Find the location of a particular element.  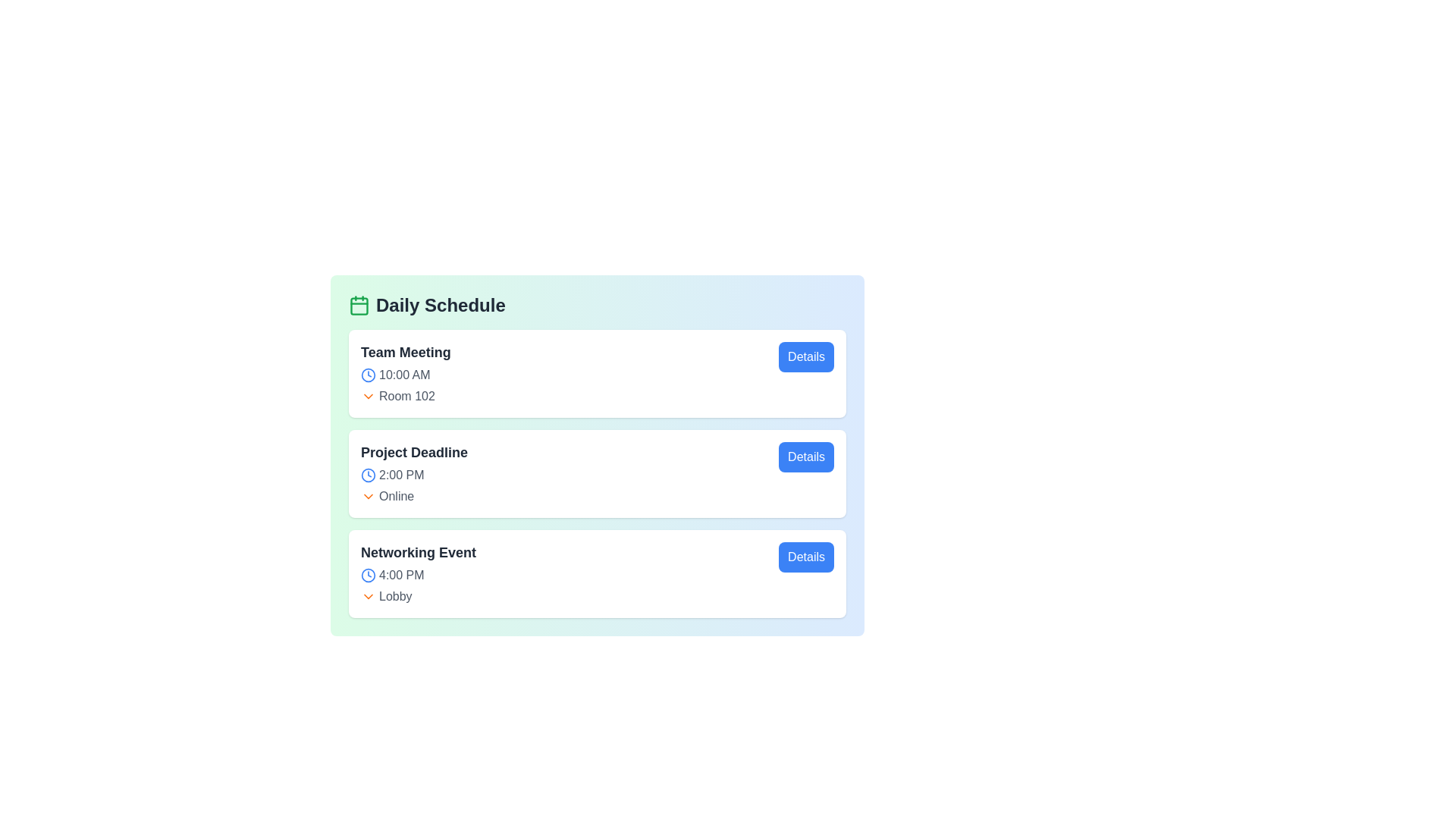

the expandable or collapsible icon located immediately to the left of the 'Online' text in the second entry of the 'Daily Schedule' list is located at coordinates (368, 497).